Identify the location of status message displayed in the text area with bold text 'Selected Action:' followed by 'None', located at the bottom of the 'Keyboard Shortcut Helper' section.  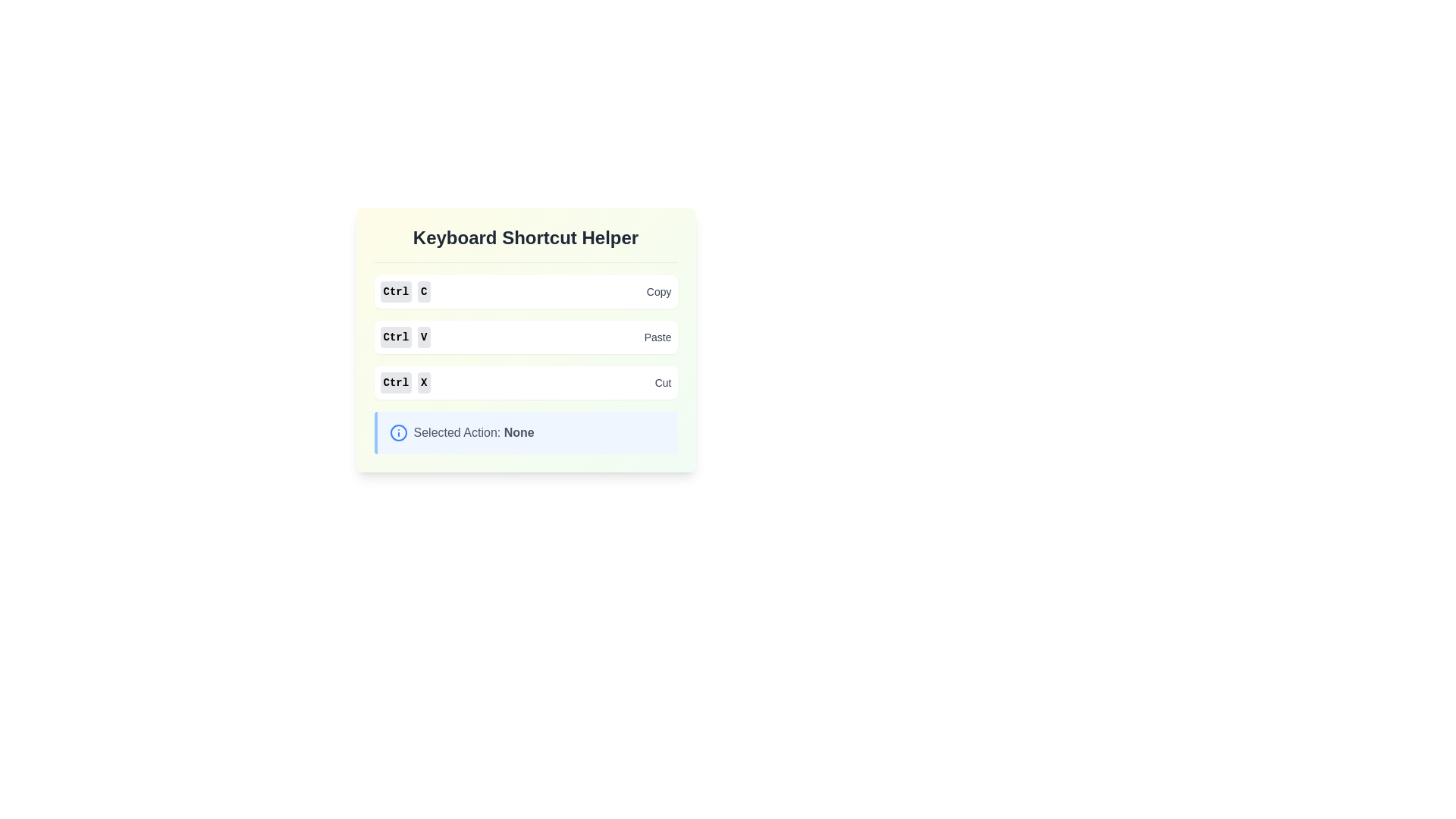
(526, 432).